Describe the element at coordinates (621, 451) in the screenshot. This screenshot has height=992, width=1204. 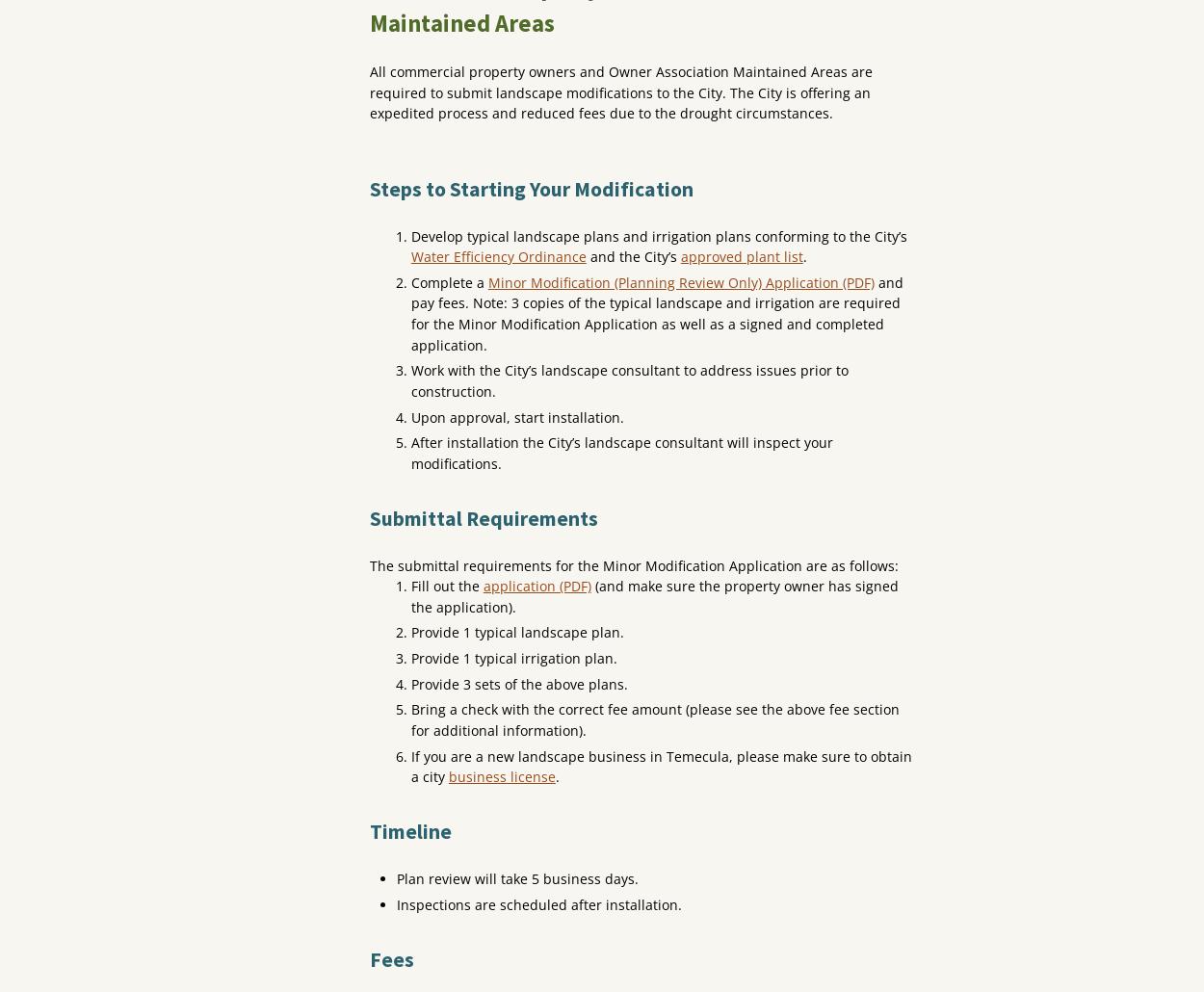
I see `'After installation the City’s landscape consultant will inspect your modifications.'` at that location.